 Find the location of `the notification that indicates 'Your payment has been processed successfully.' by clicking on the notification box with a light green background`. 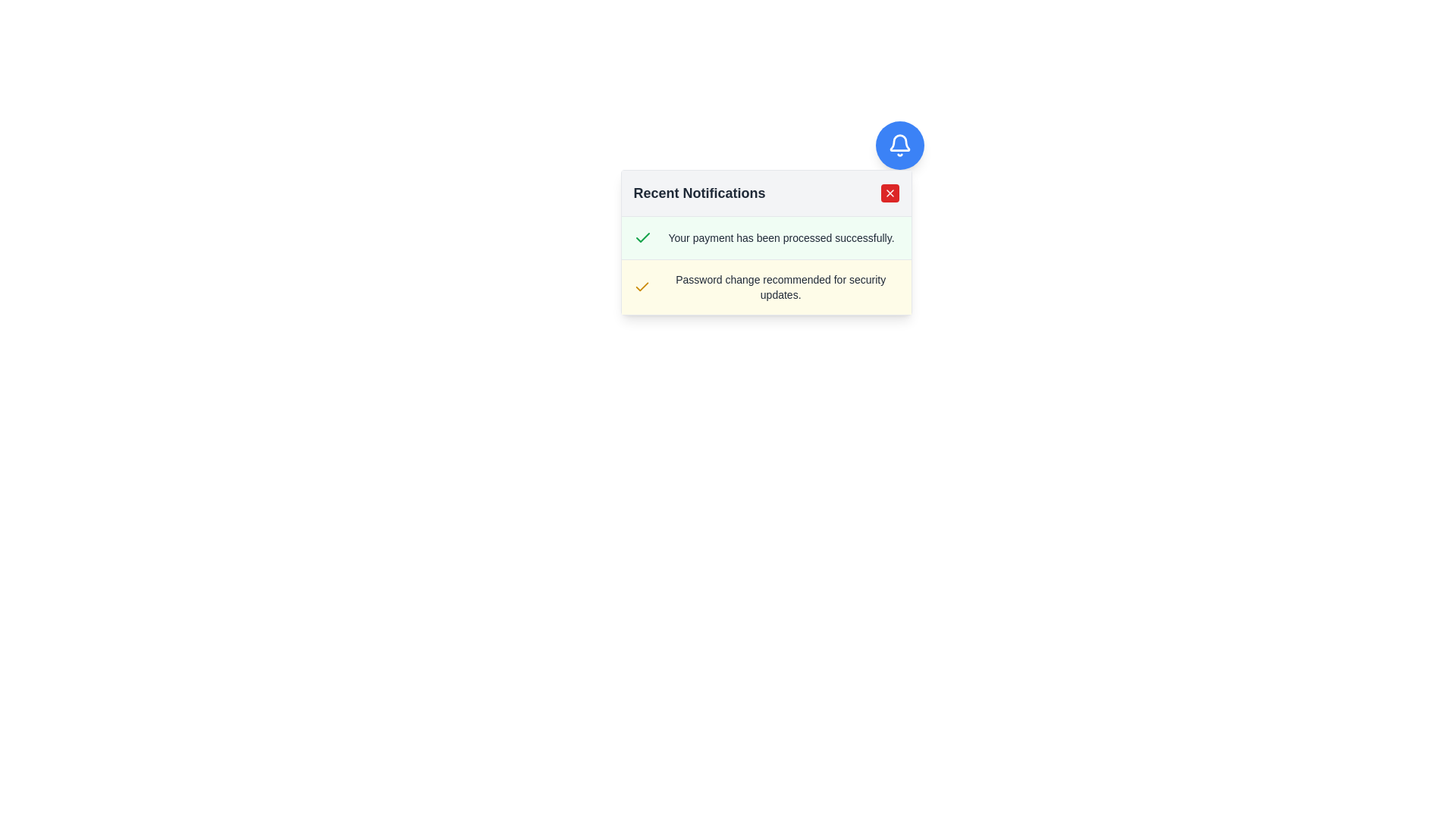

the notification that indicates 'Your payment has been processed successfully.' by clicking on the notification box with a light green background is located at coordinates (766, 238).